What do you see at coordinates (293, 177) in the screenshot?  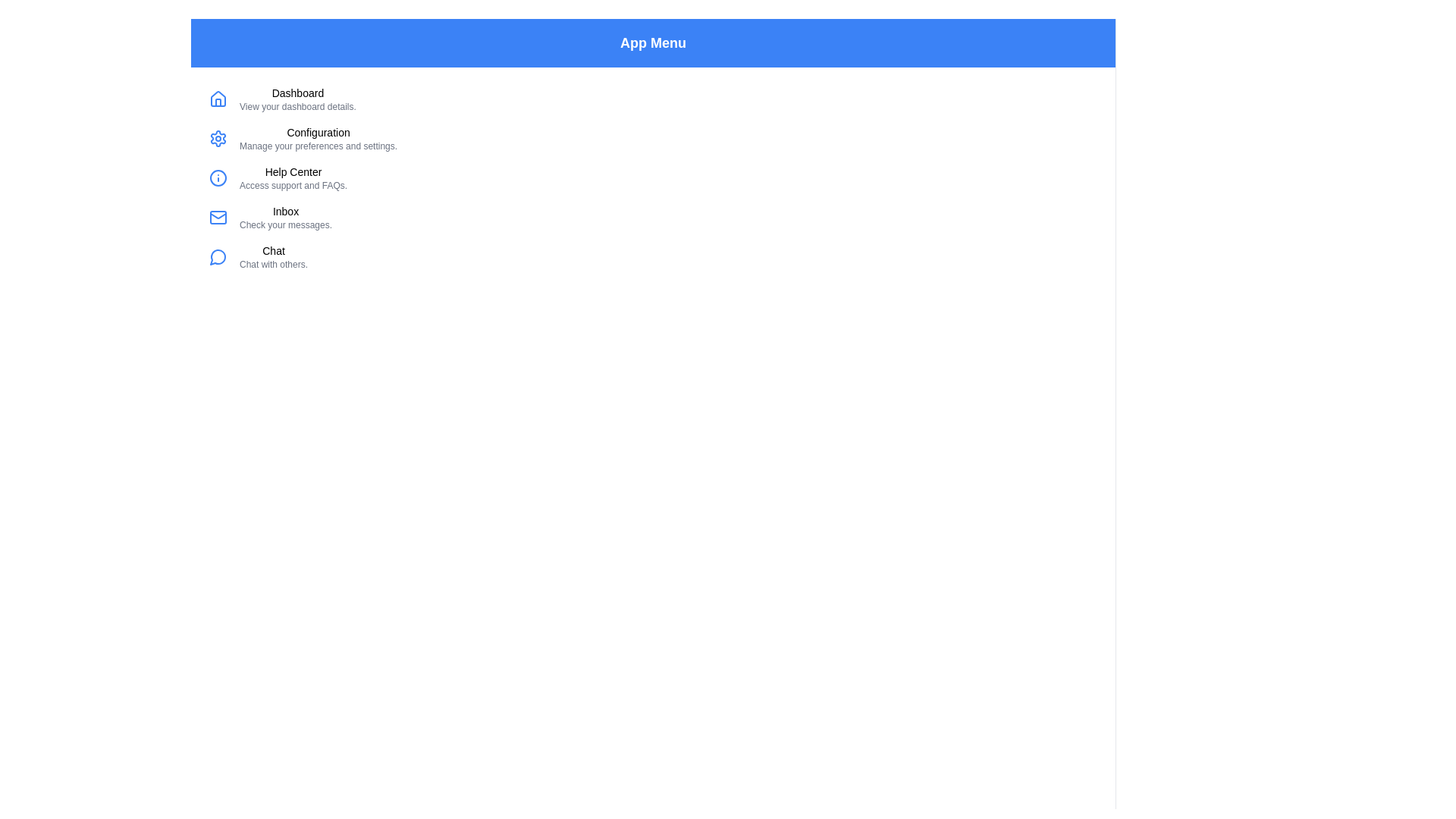 I see `the informational header labeled 'Support and FAQs'` at bounding box center [293, 177].